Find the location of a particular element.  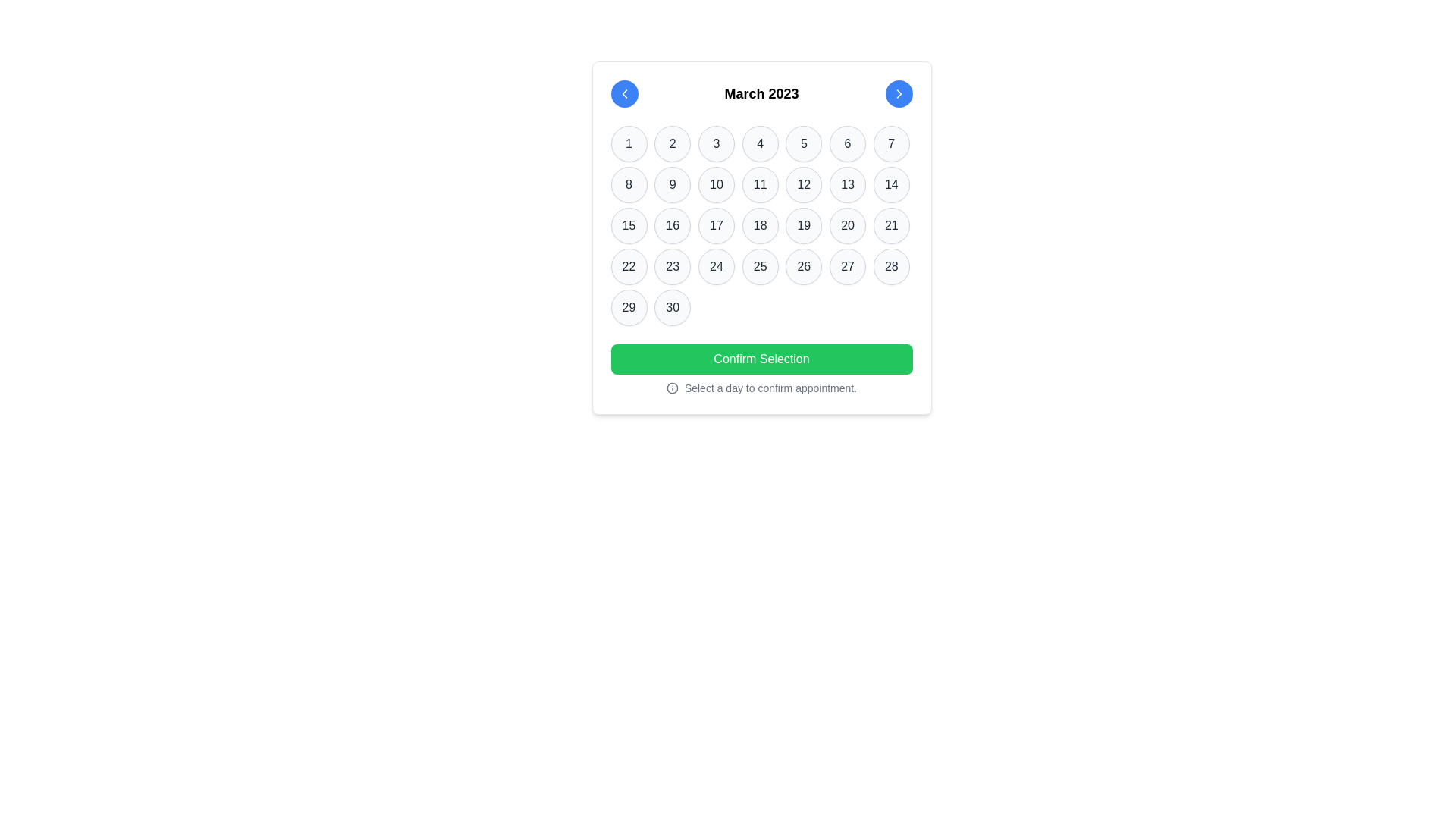

the right-pointing chevron icon located inside a circular blue button on the right side of the calendar header is located at coordinates (899, 93).